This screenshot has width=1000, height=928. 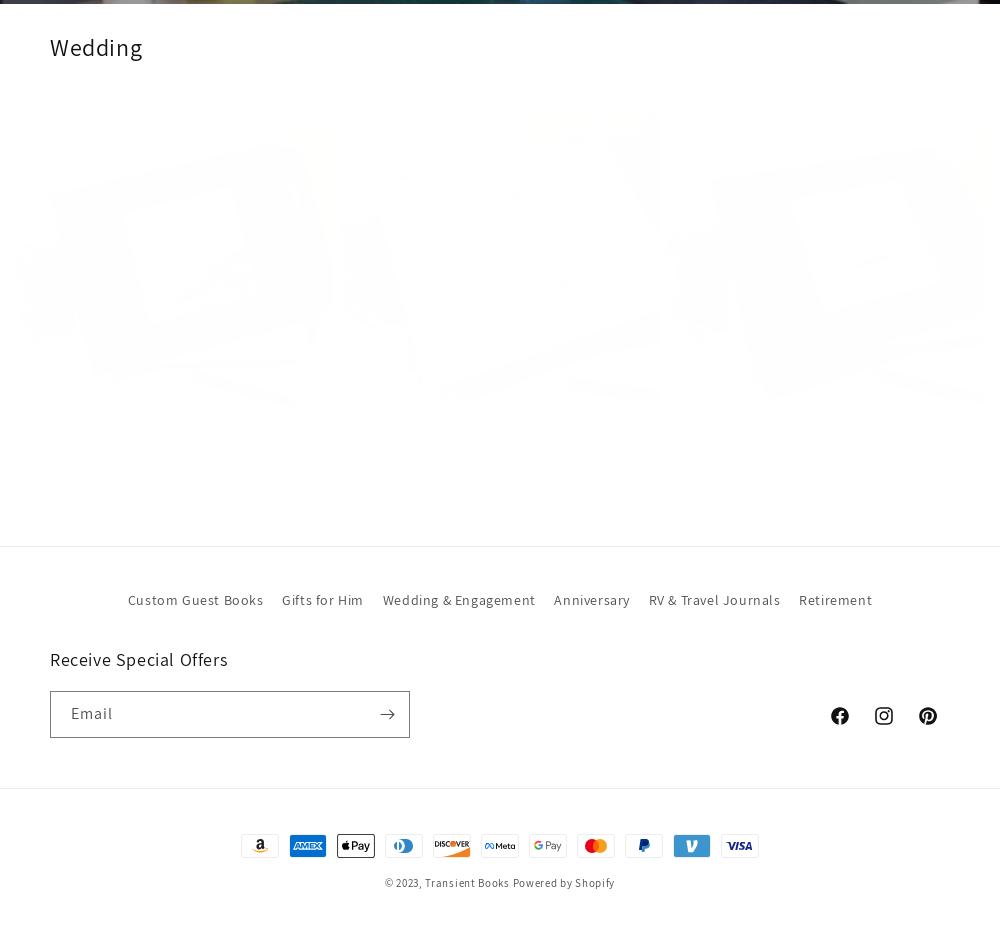 I want to click on 'Receive Special Offers', so click(x=138, y=658).